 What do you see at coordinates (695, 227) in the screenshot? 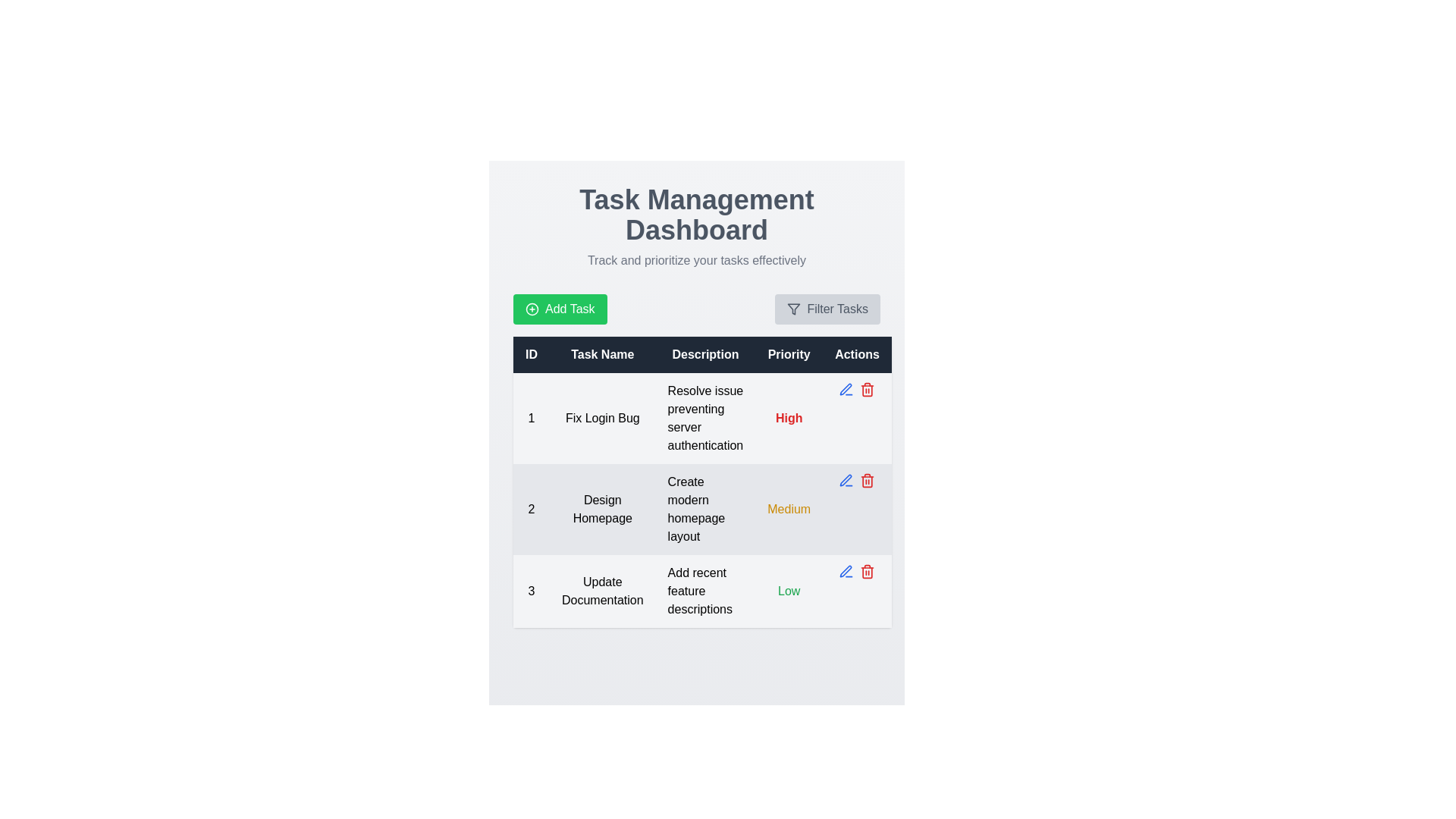
I see `the Header titled 'Task Management Dashboard' which includes a subtitle 'Track and prioritize your tasks effectively' at the top of the interface` at bounding box center [695, 227].